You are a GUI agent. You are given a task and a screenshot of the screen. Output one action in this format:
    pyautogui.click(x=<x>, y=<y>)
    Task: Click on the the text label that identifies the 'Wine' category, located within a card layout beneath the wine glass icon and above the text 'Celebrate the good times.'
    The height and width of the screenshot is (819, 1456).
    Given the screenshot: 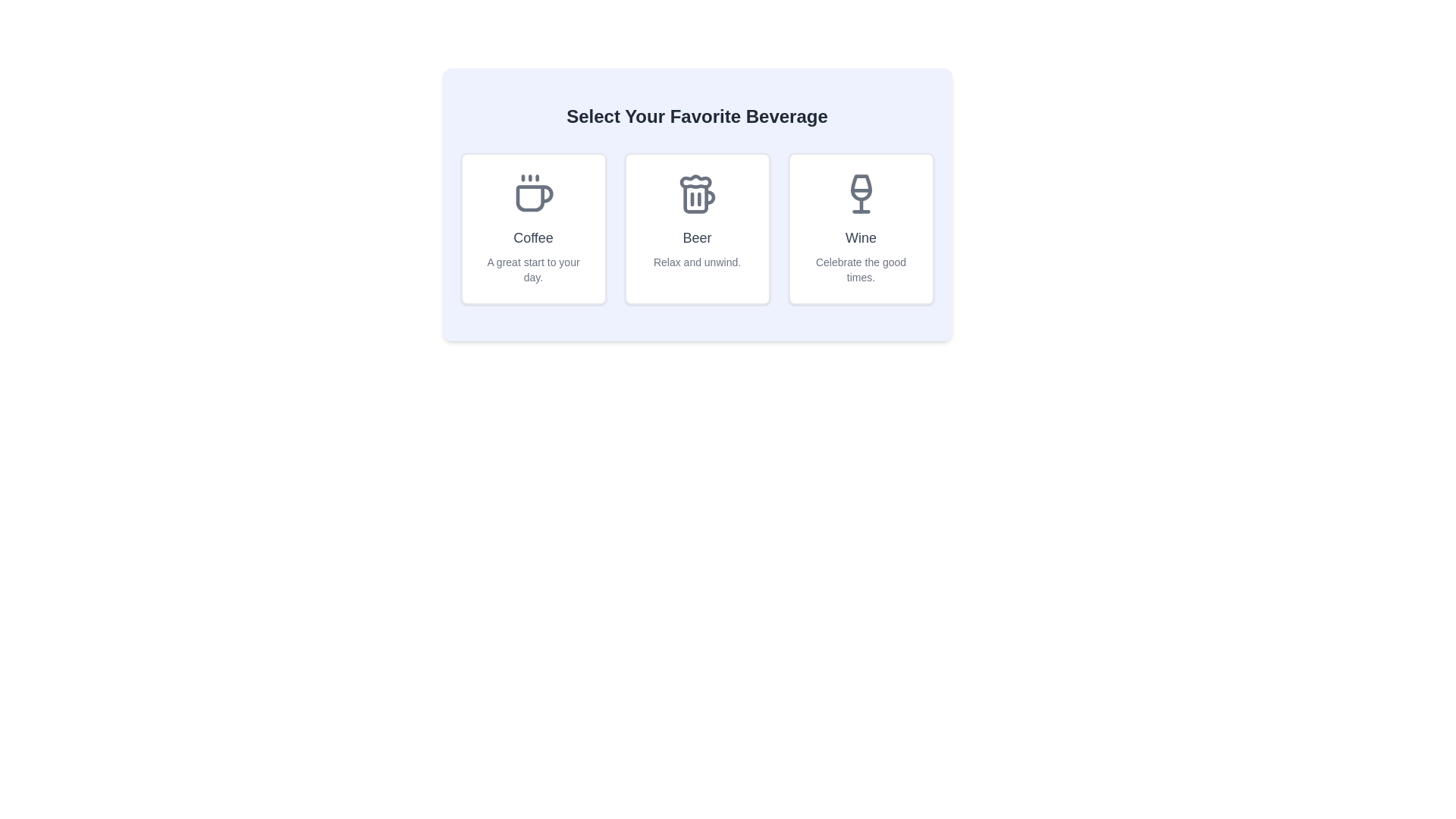 What is the action you would take?
    pyautogui.click(x=861, y=237)
    